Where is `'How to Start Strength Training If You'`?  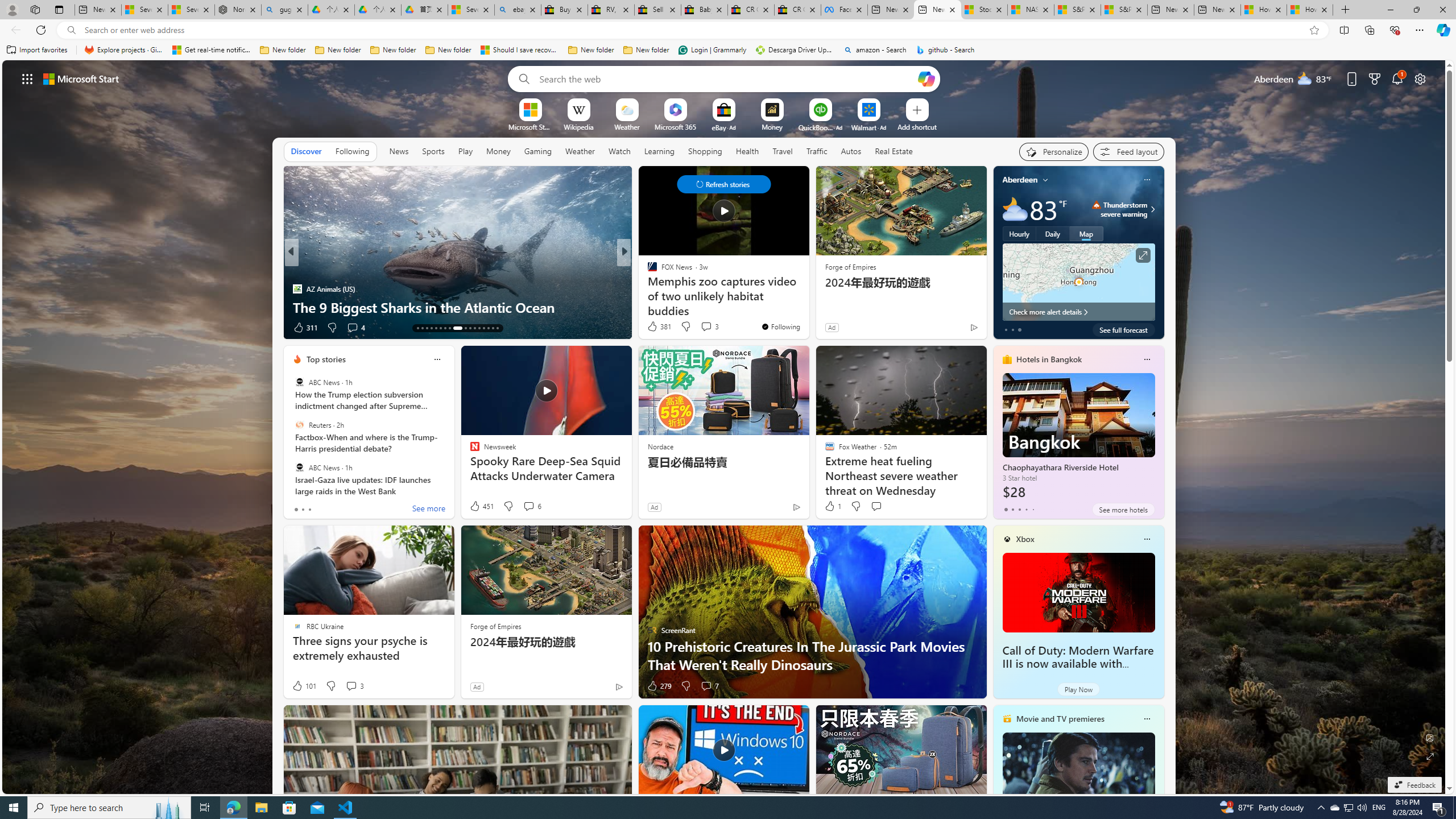 'How to Start Strength Training If You' is located at coordinates (806, 298).